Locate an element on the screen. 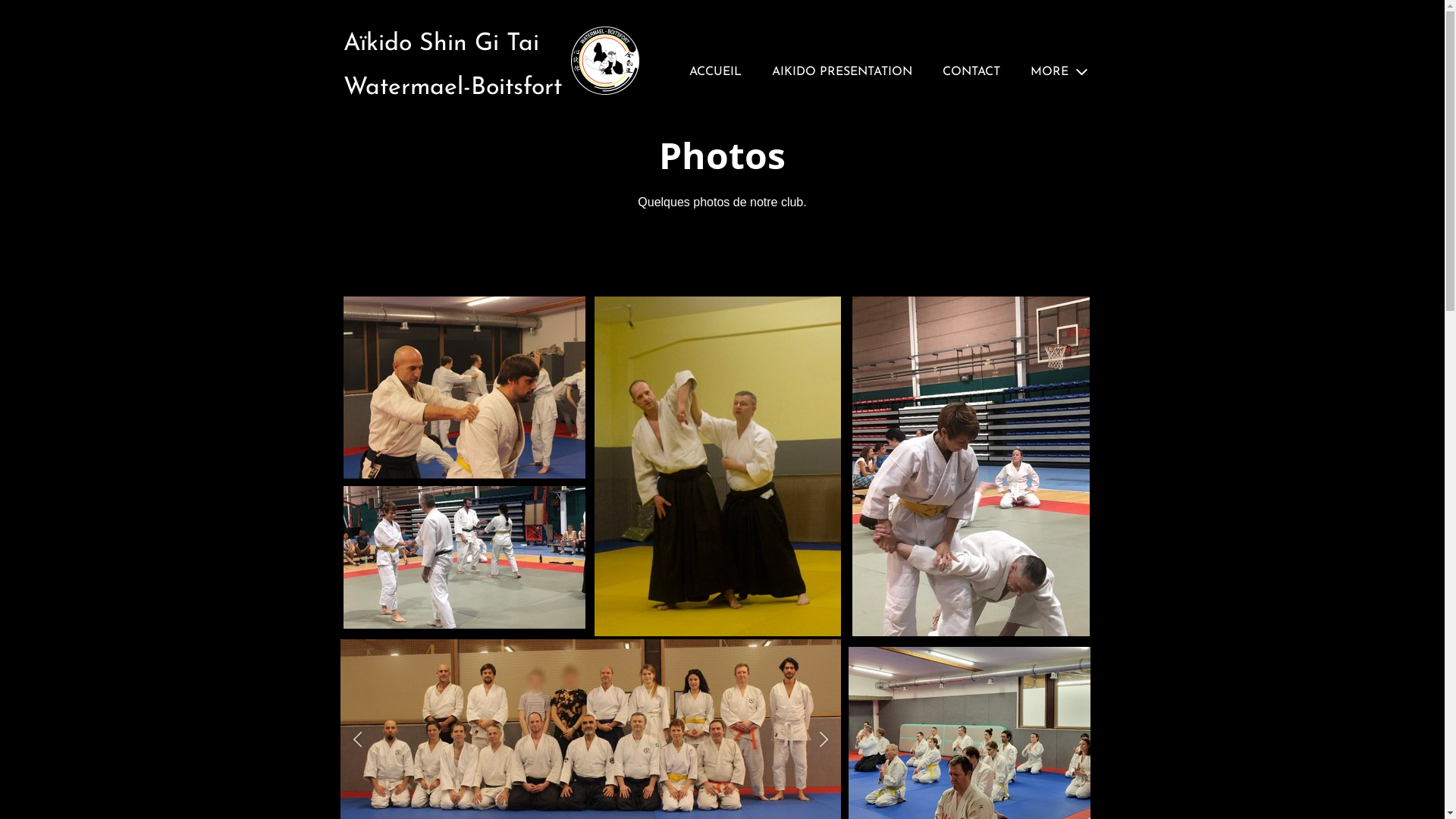 The width and height of the screenshot is (1456, 819). 'MORE' is located at coordinates (1057, 71).